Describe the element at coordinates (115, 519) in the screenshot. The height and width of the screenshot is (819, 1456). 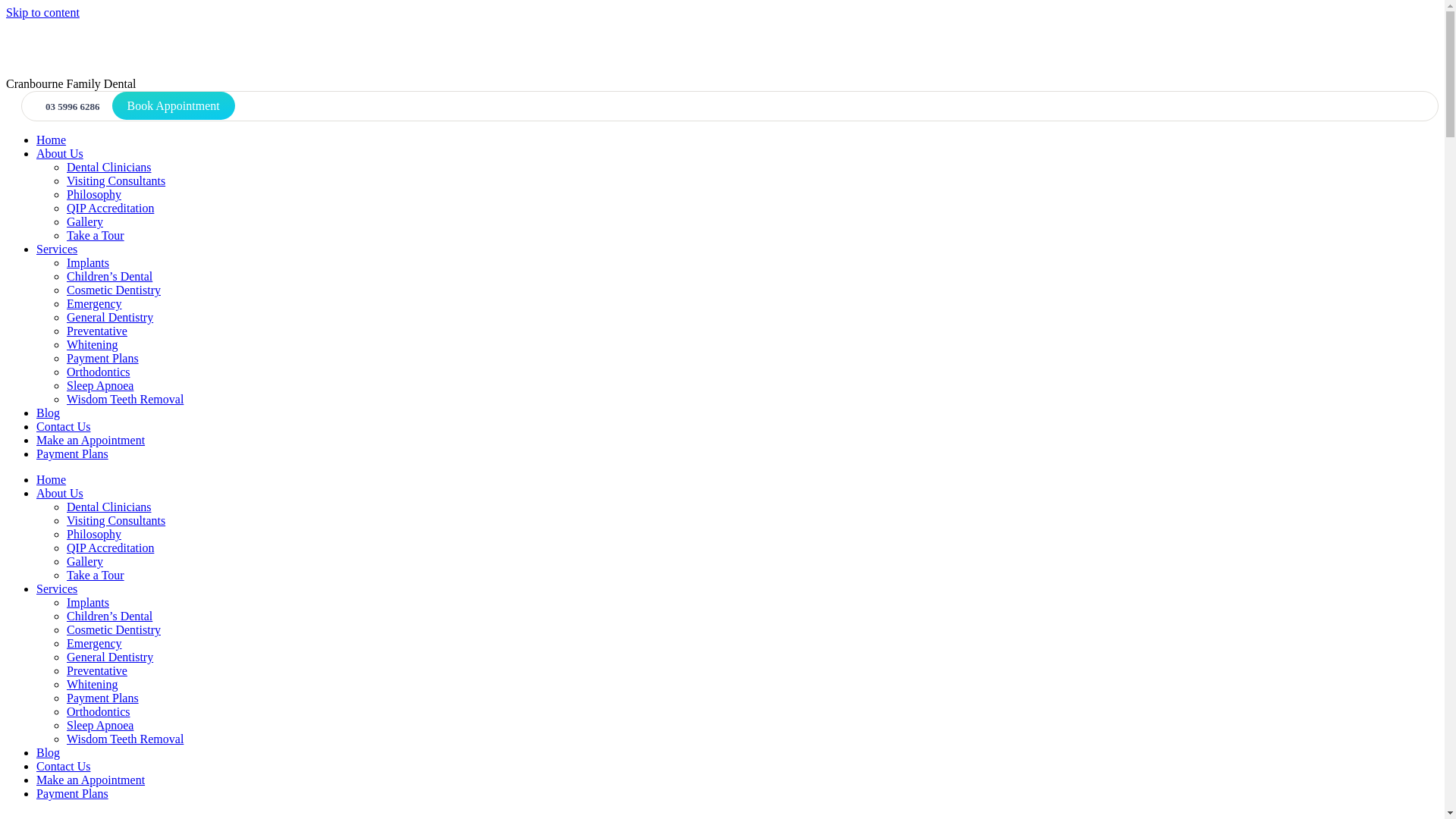
I see `'Visiting Consultants'` at that location.